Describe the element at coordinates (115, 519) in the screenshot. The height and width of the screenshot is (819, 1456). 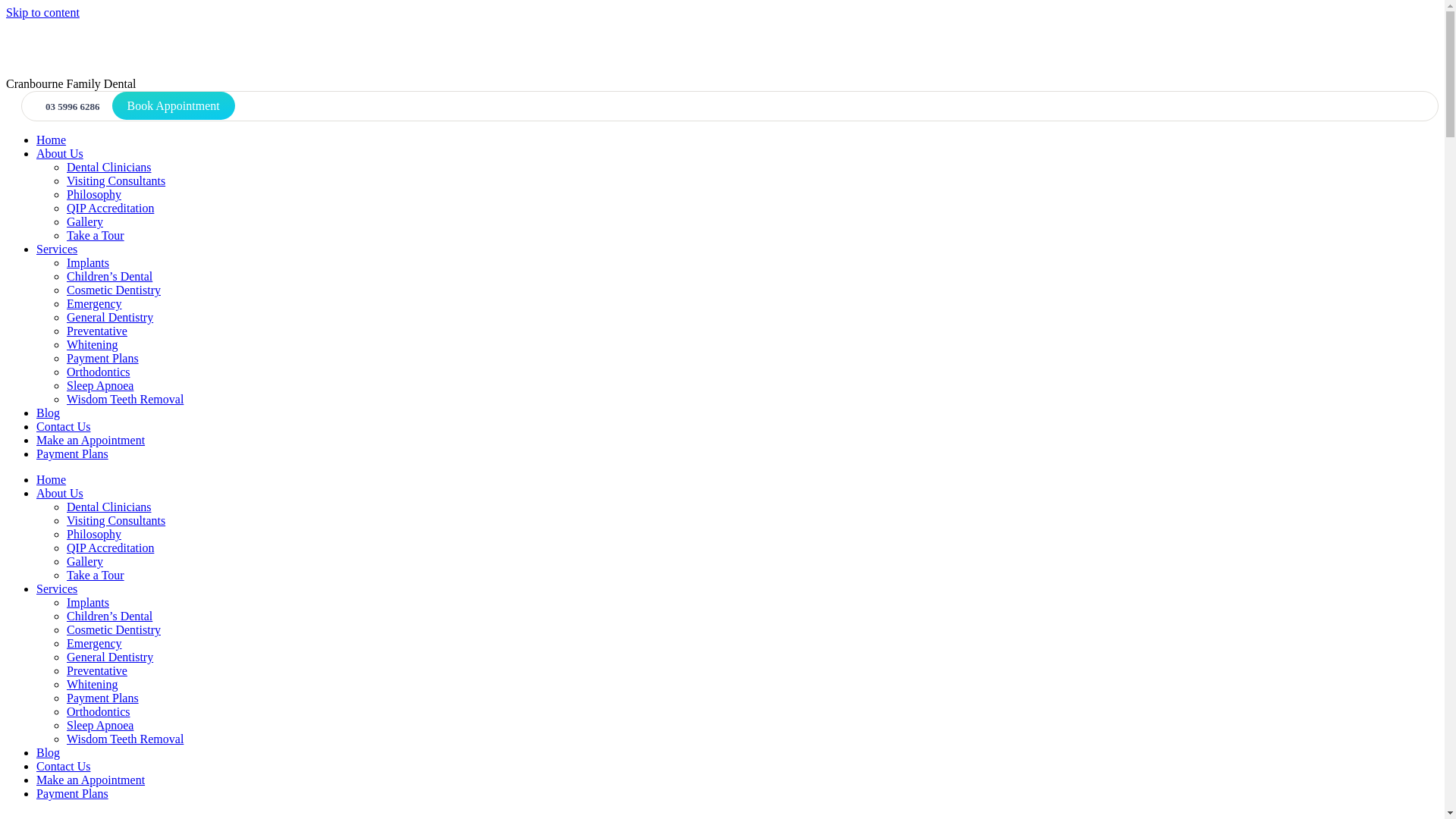
I see `'Visiting Consultants'` at that location.